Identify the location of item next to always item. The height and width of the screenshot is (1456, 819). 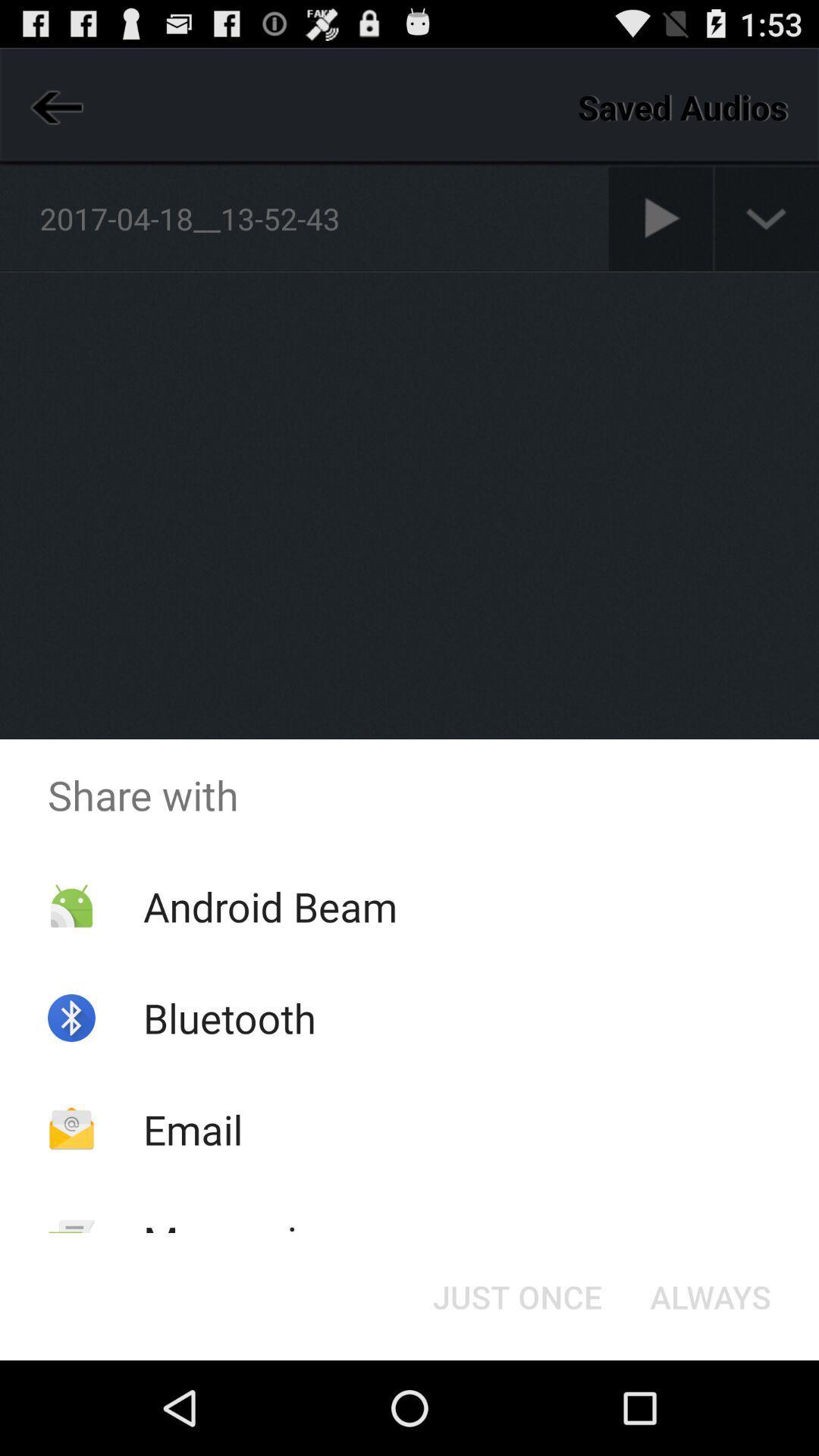
(516, 1295).